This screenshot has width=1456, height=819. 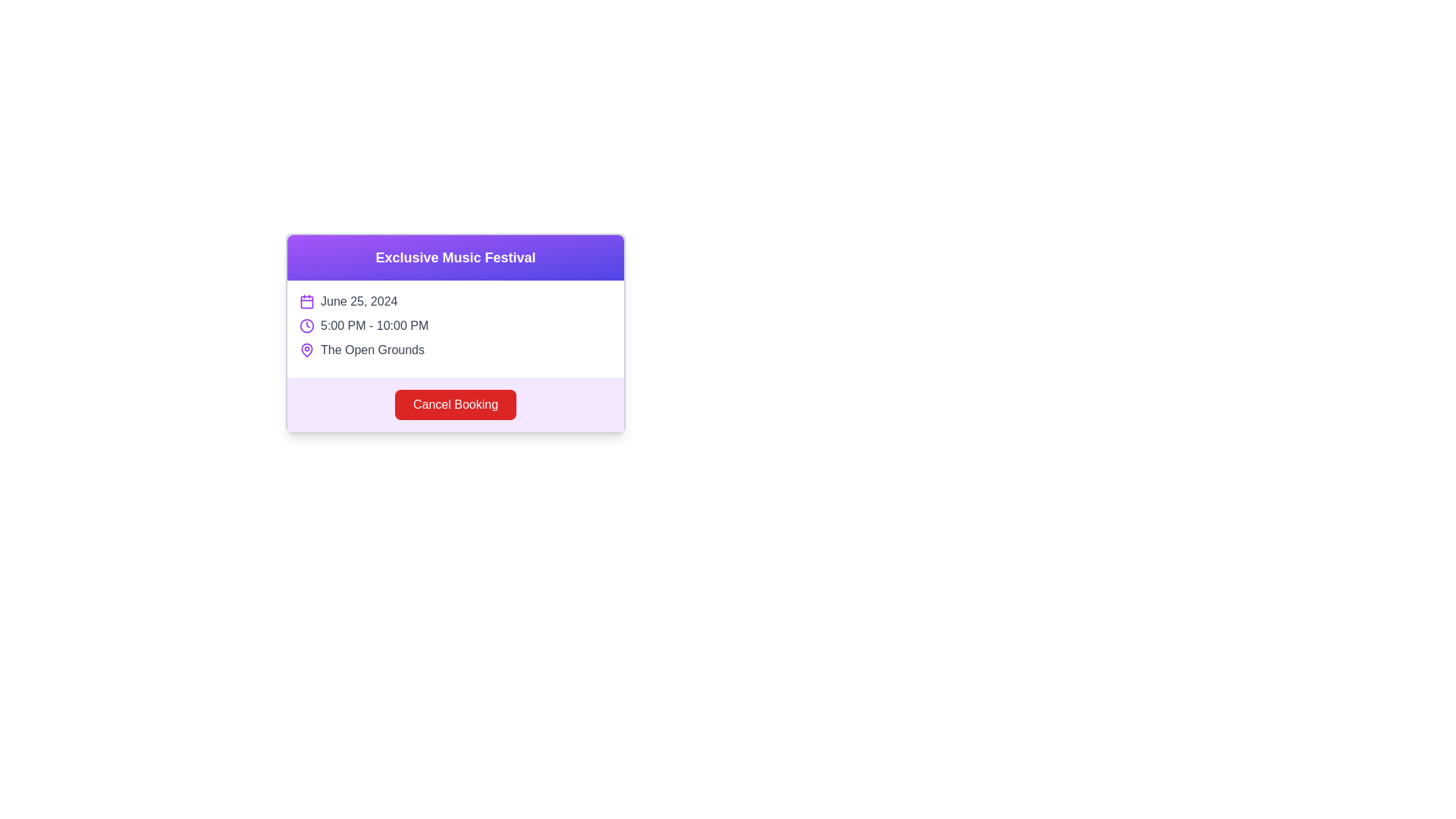 What do you see at coordinates (454, 403) in the screenshot?
I see `the rectangular red button with white text that reads 'Cancel Booking' to initiate the cancellation process` at bounding box center [454, 403].